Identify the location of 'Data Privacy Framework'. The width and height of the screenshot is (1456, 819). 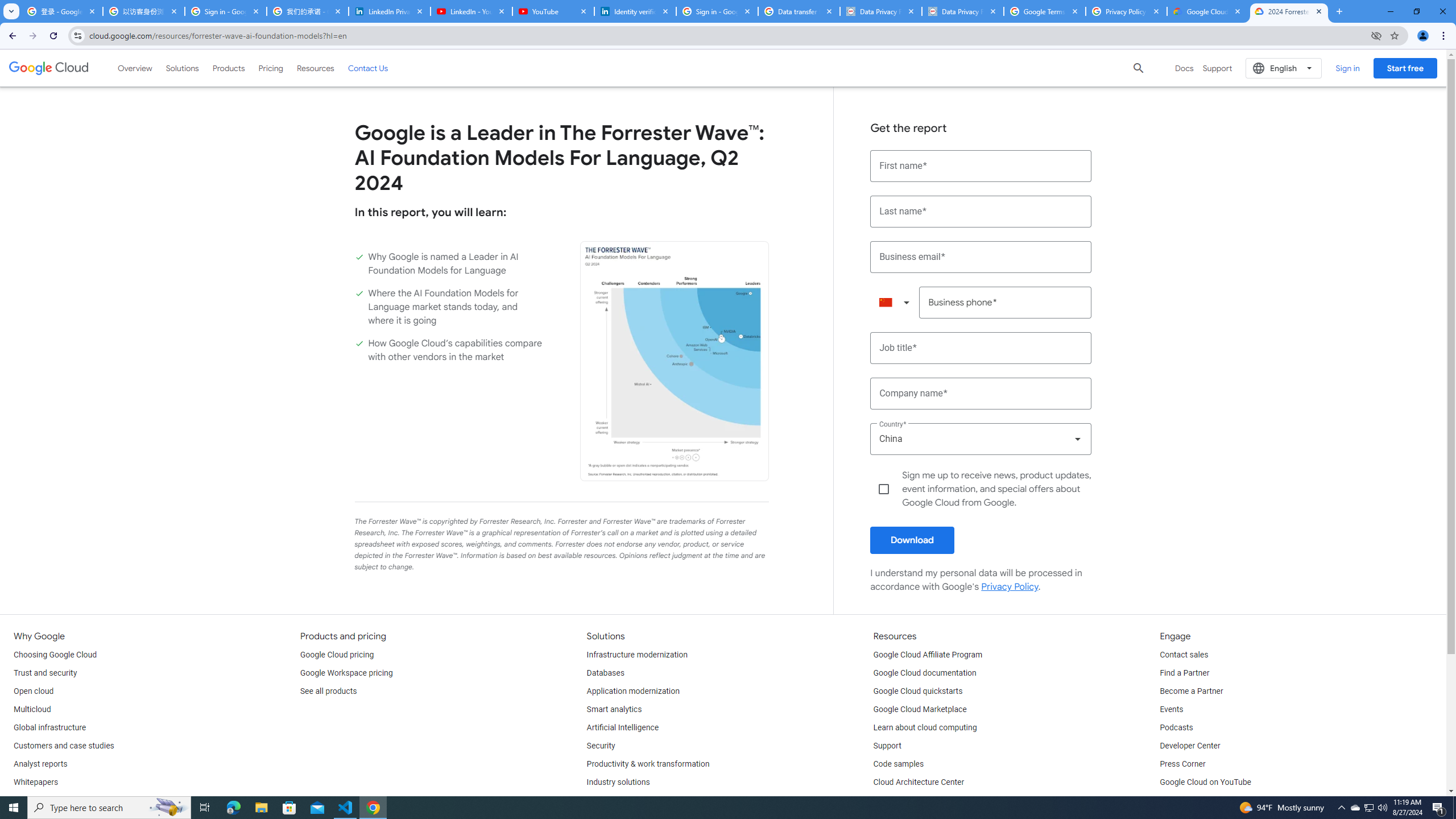
(962, 11).